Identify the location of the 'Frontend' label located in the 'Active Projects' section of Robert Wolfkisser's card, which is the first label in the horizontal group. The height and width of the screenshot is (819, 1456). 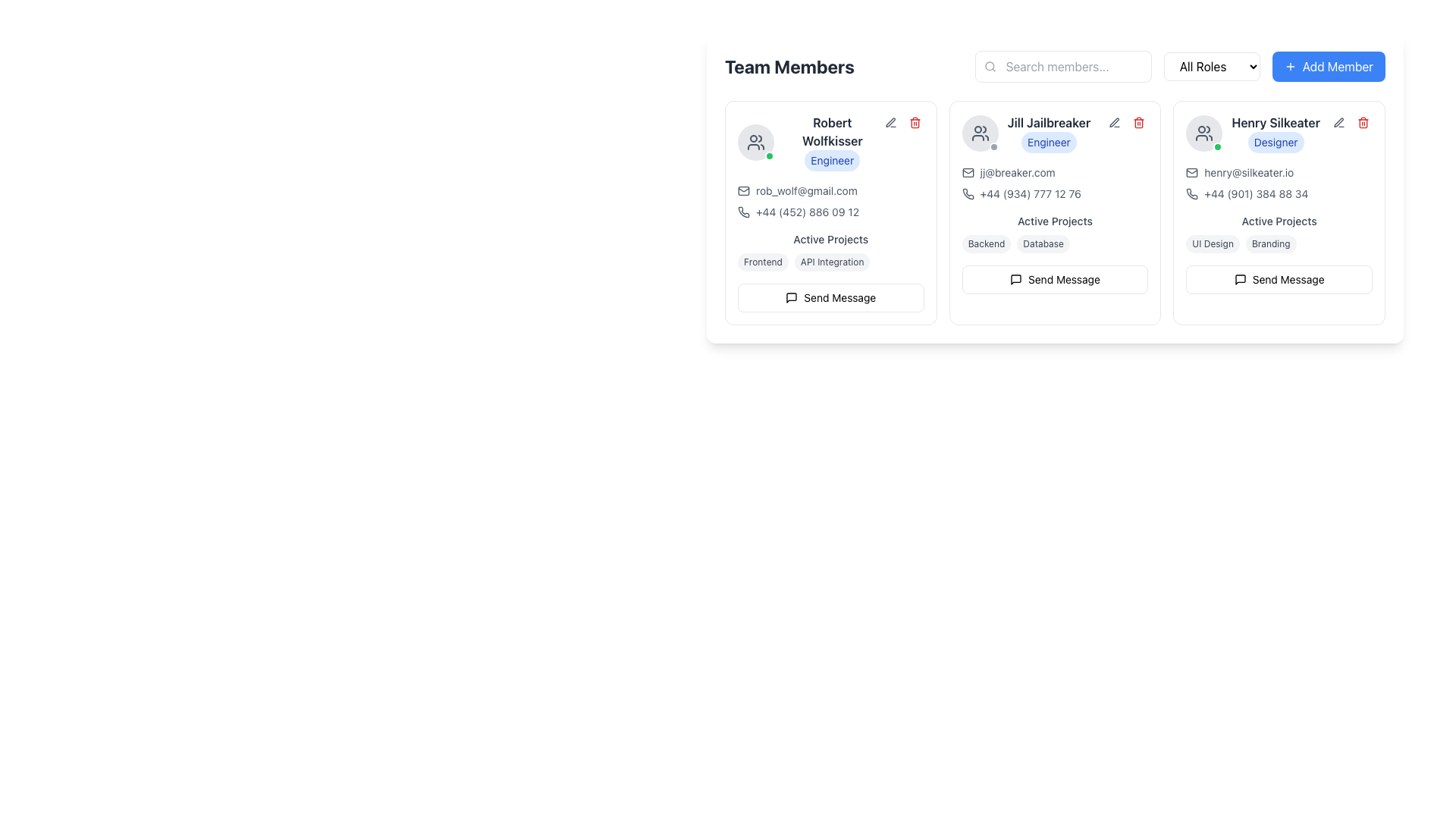
(763, 262).